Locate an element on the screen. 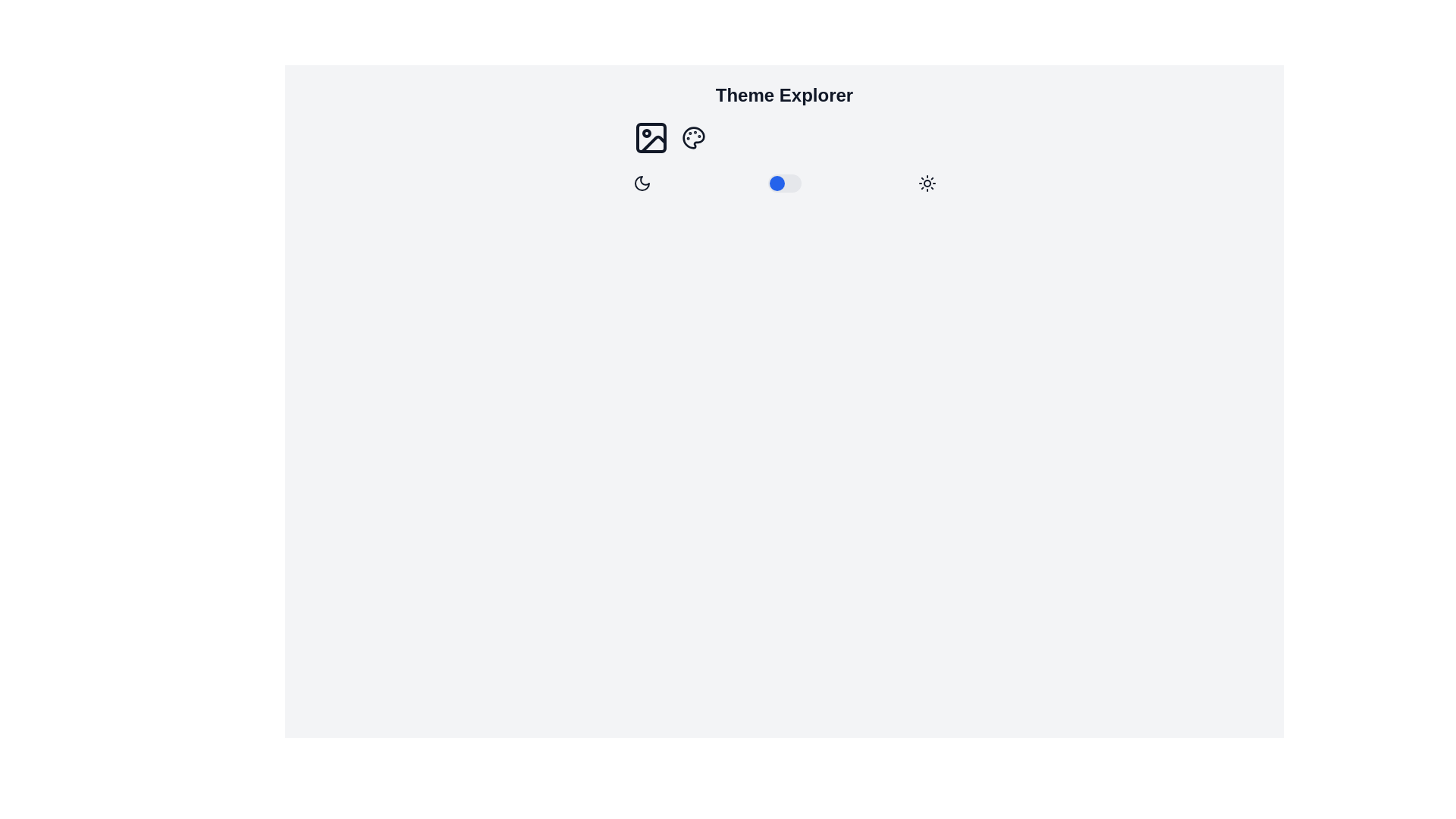 The height and width of the screenshot is (819, 1456). the dark mode toggle icon located near the top right corner of the interface is located at coordinates (642, 183).